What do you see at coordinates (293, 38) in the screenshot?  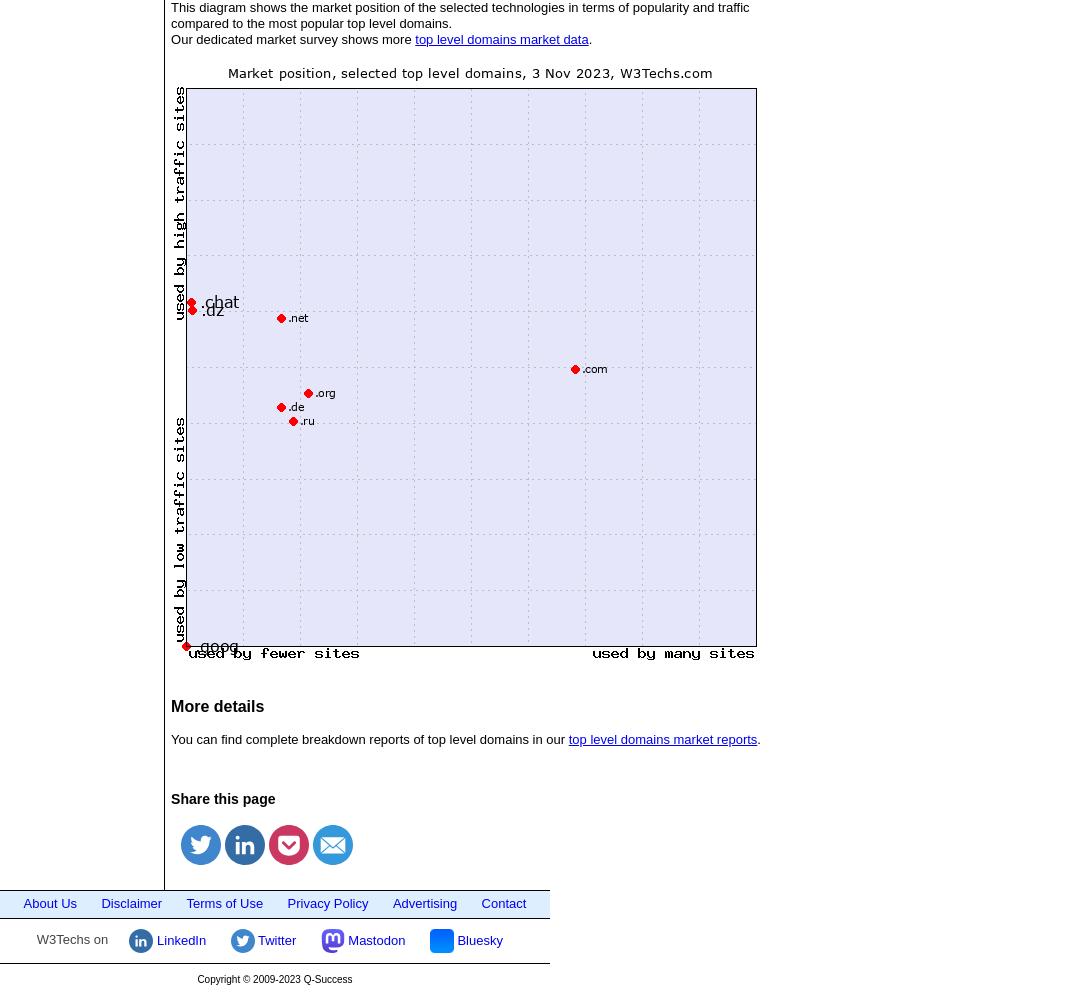 I see `'Our dedicated market survey shows more'` at bounding box center [293, 38].